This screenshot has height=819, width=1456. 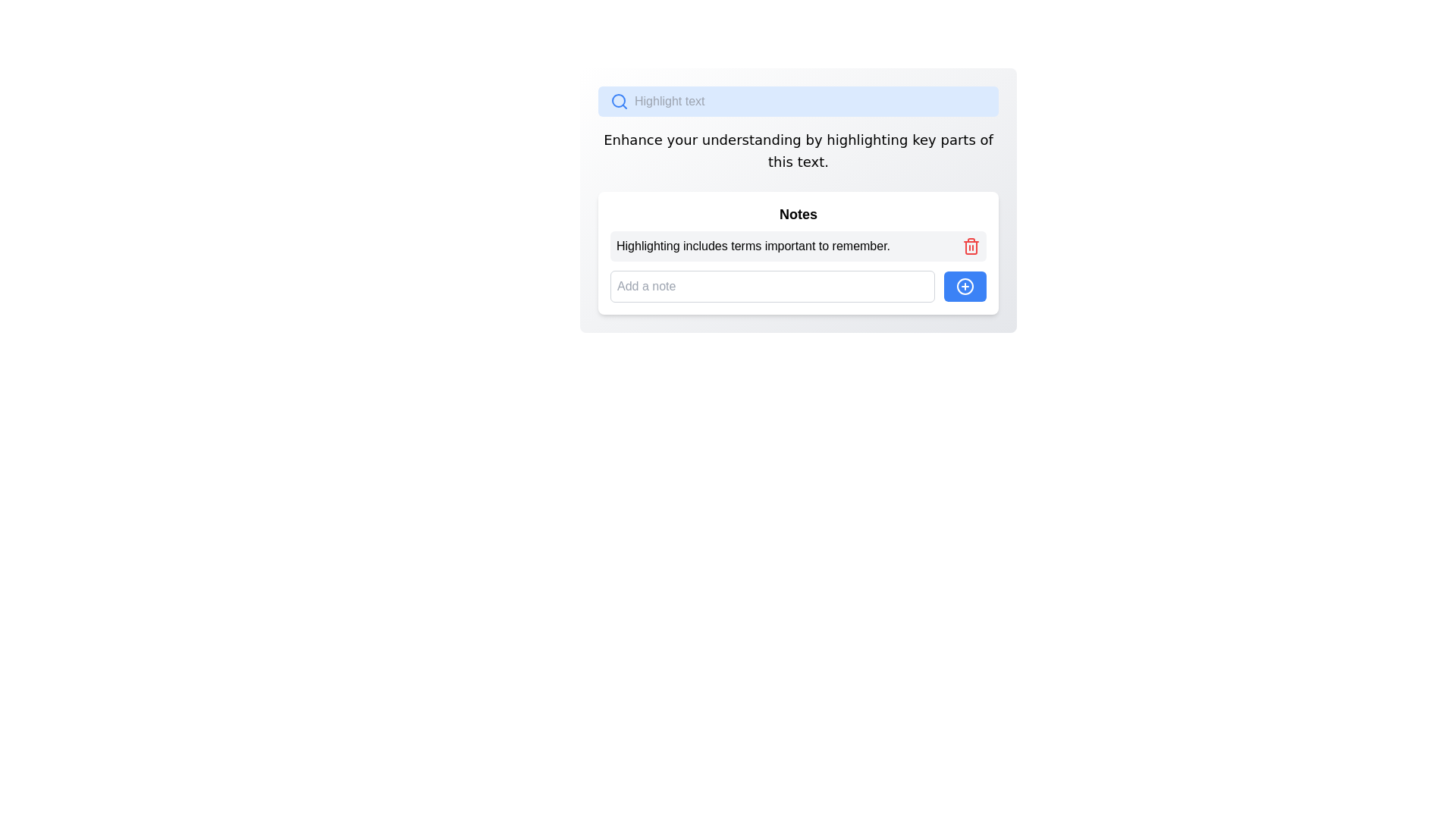 I want to click on the letter 'r' at the end of the word 'parts' in the sentence 'Enhance your understanding by highlighting key parts of this text.', so click(x=959, y=140).